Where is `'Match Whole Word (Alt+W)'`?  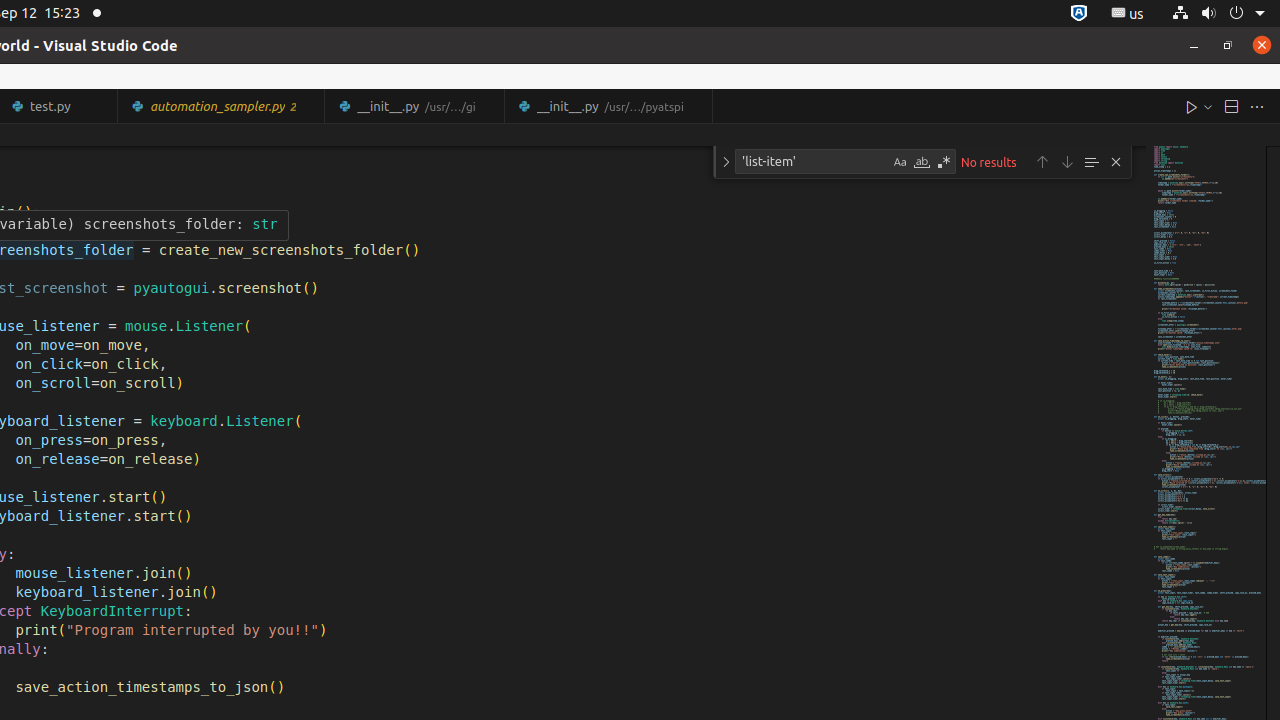 'Match Whole Word (Alt+W)' is located at coordinates (920, 161).